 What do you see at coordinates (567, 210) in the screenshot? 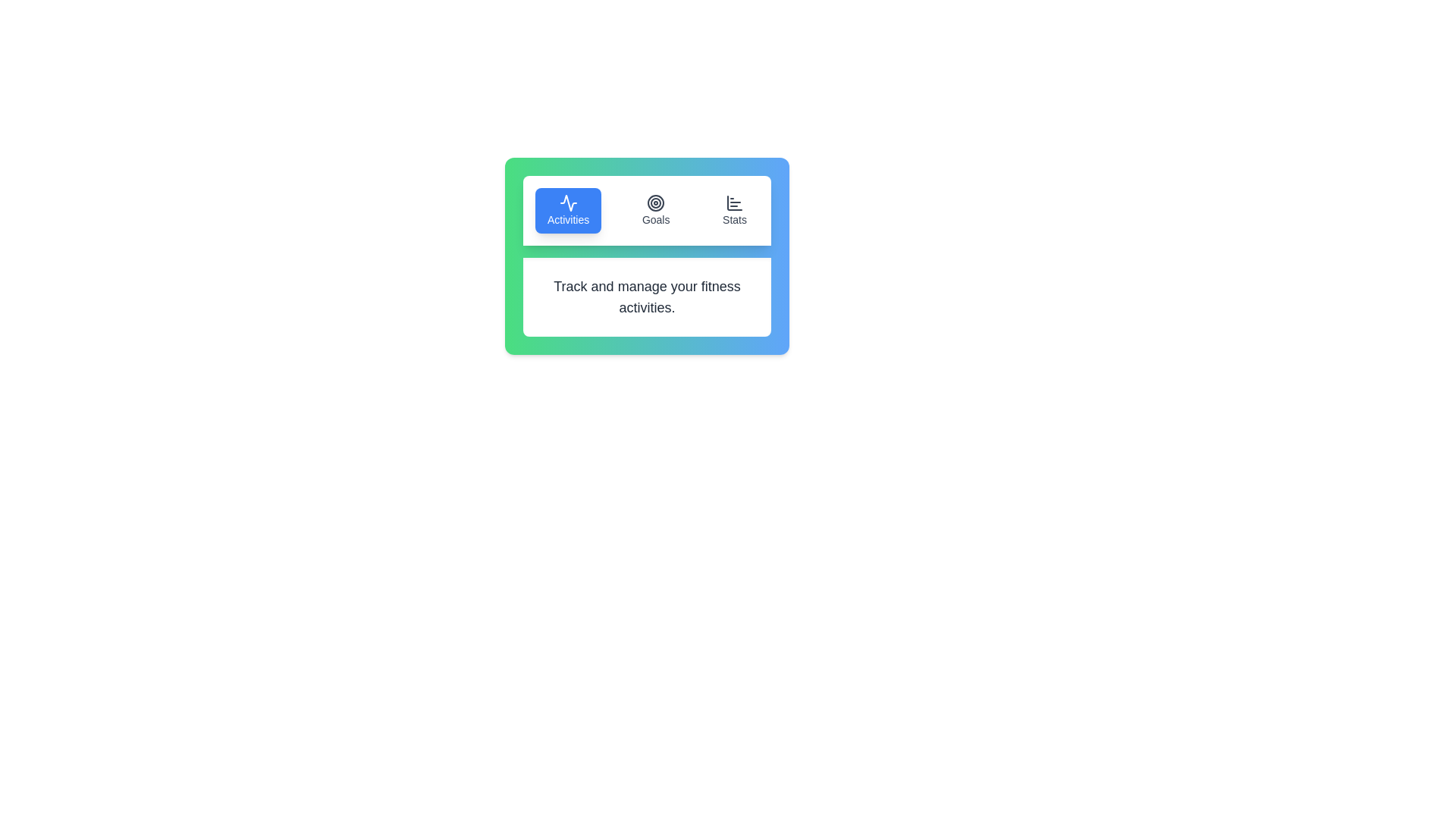
I see `the Activities tab to switch content` at bounding box center [567, 210].